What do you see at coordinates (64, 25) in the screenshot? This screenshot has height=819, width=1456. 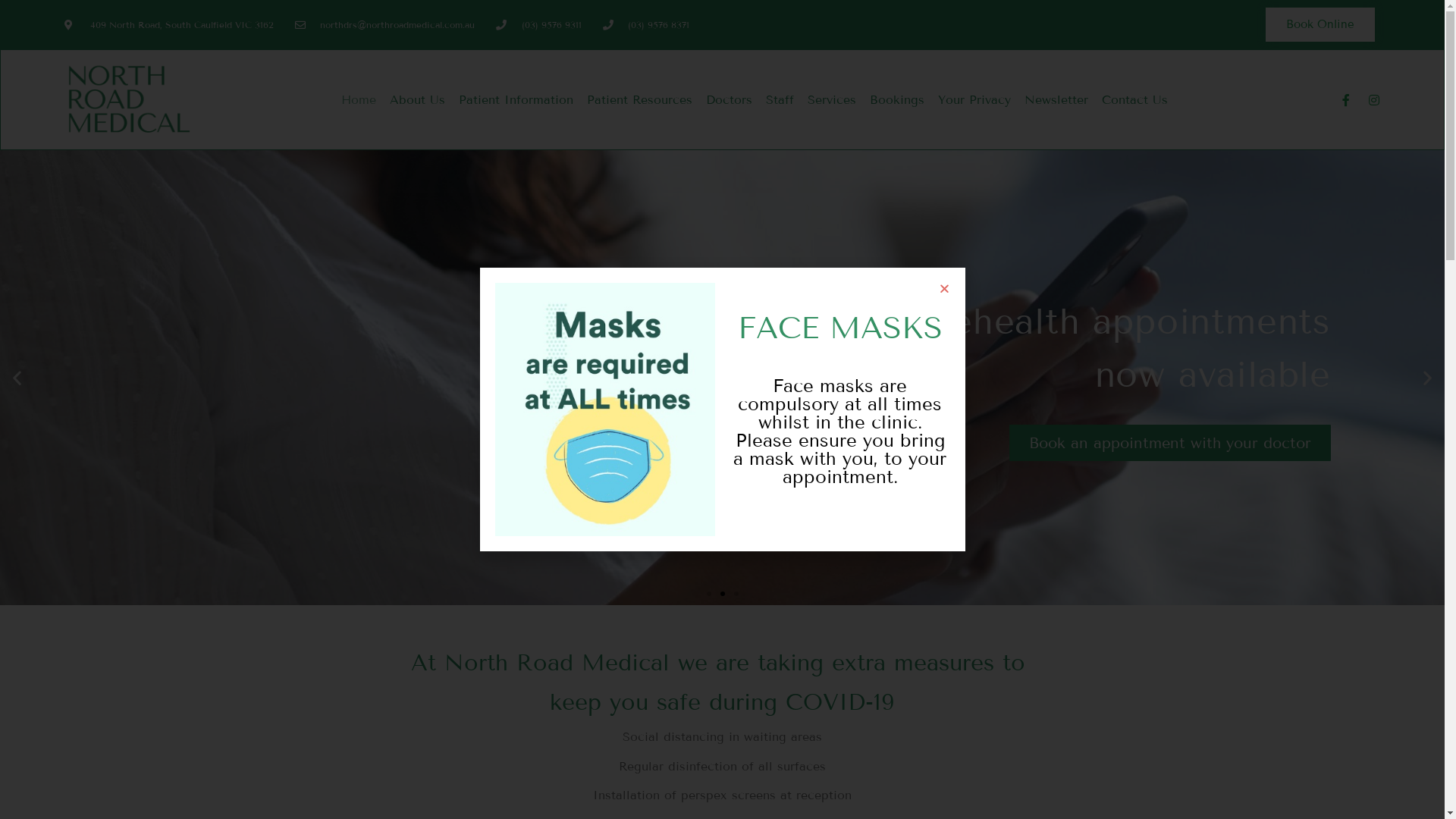 I see `'409 North Road, South Caulfield VIC 3162'` at bounding box center [64, 25].